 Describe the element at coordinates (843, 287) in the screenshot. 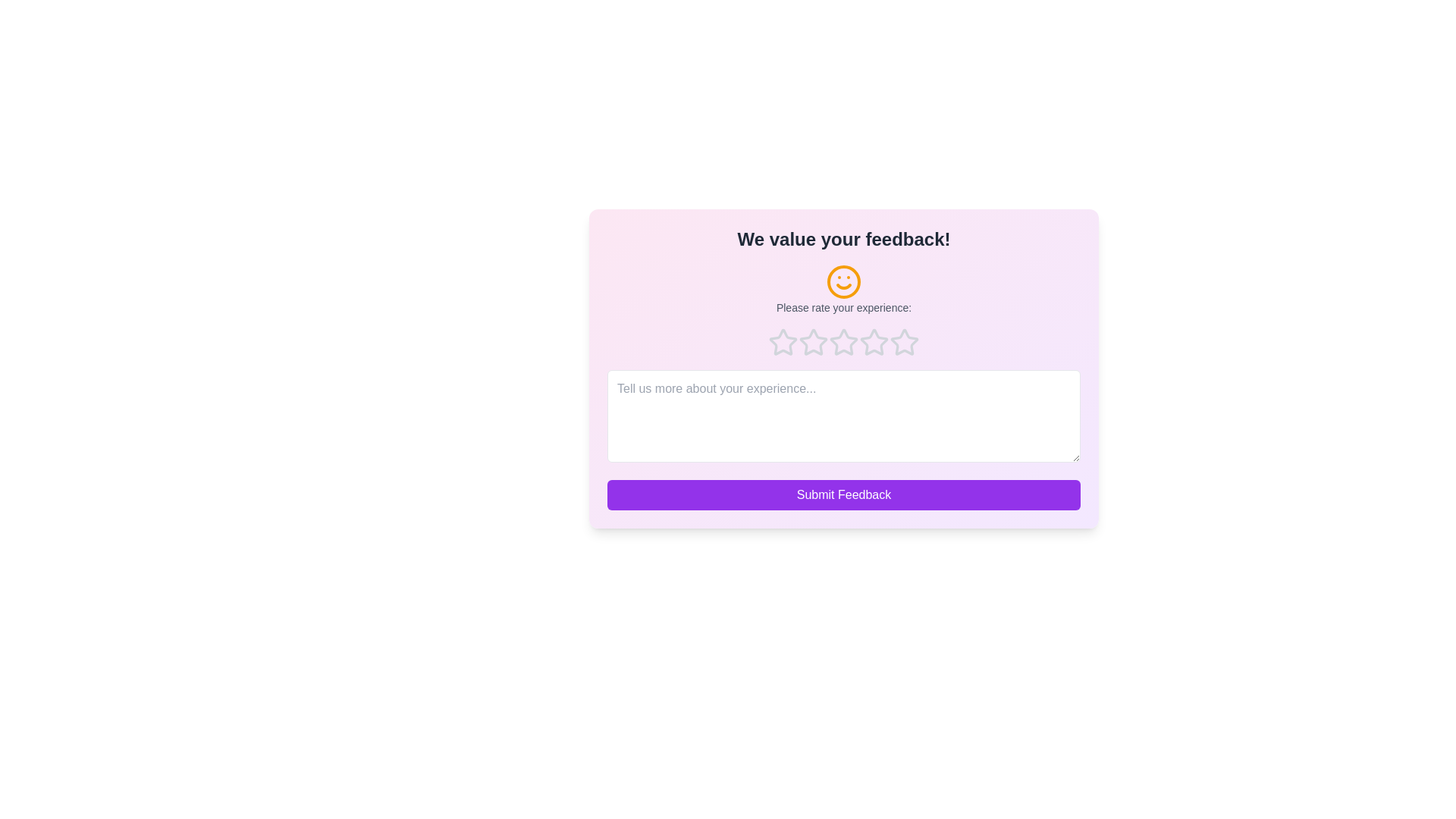

I see `the decorative graphical element representing a smile in the smiley face SVG graphic` at that location.